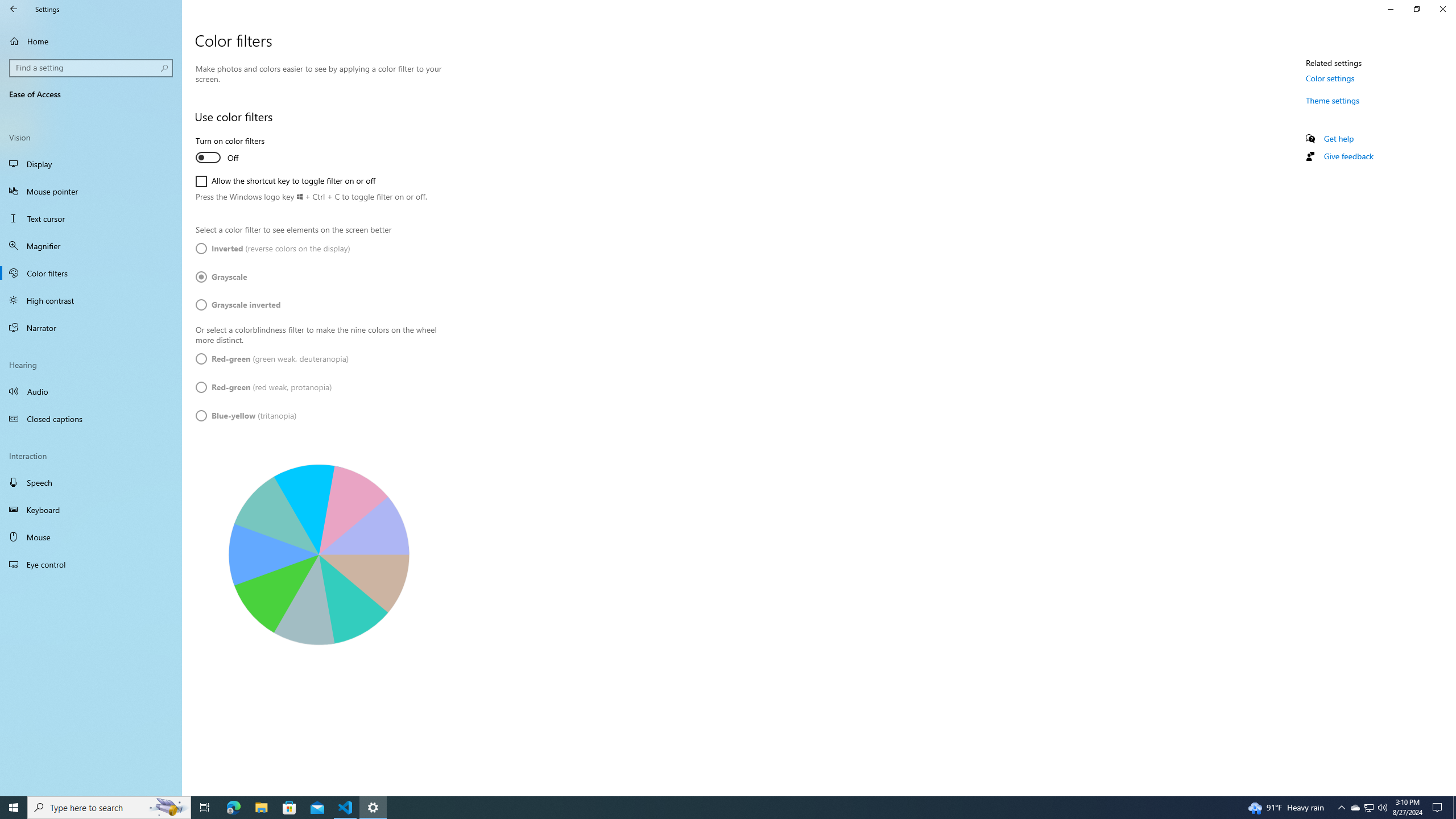 The width and height of the screenshot is (1456, 819). I want to click on 'Action Center, No new notifications', so click(1439, 806).